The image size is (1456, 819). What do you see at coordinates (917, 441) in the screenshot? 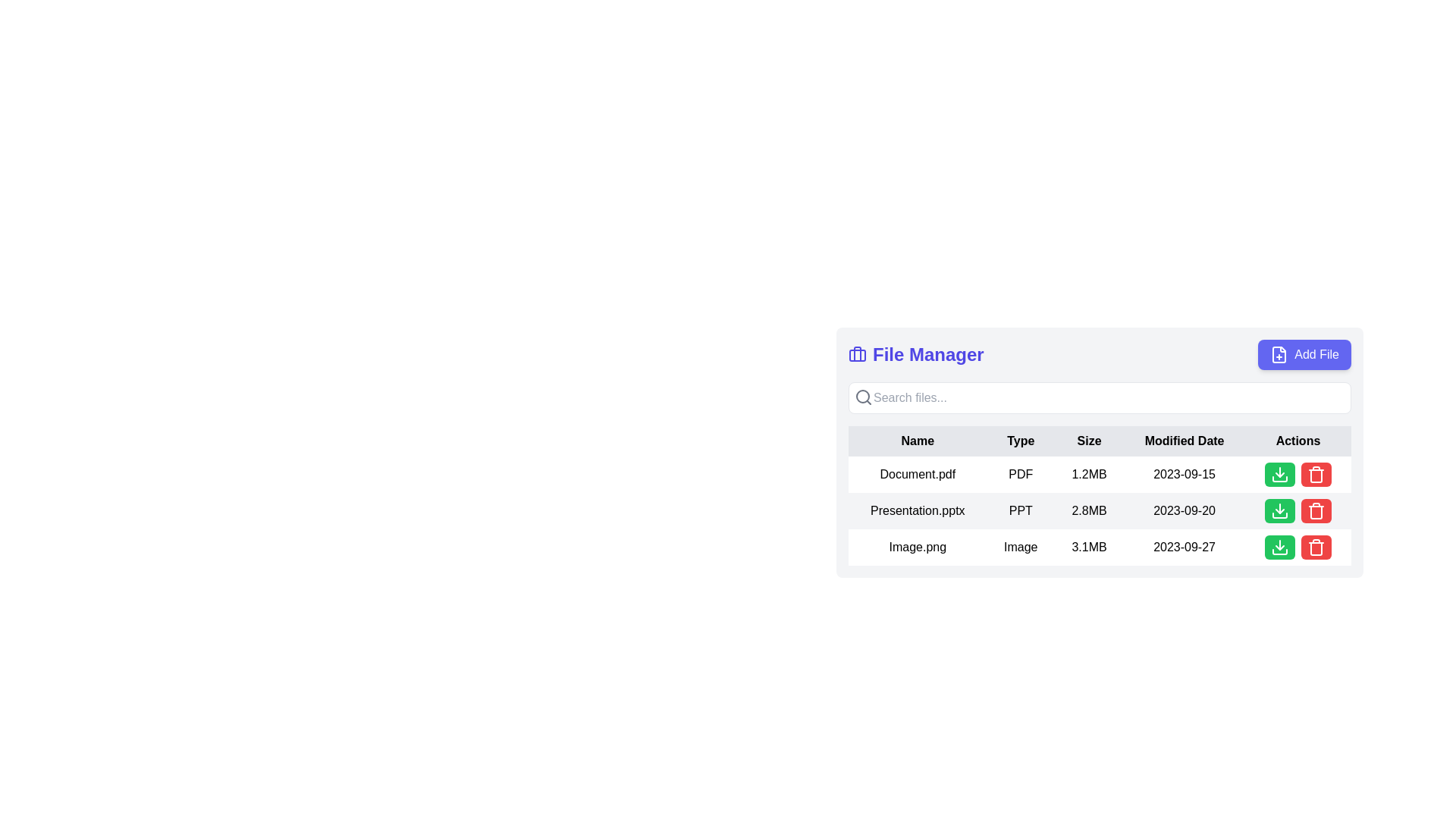
I see `the 'Name' label, which is the first header in the table, styled in bold black font on a light gray background` at bounding box center [917, 441].